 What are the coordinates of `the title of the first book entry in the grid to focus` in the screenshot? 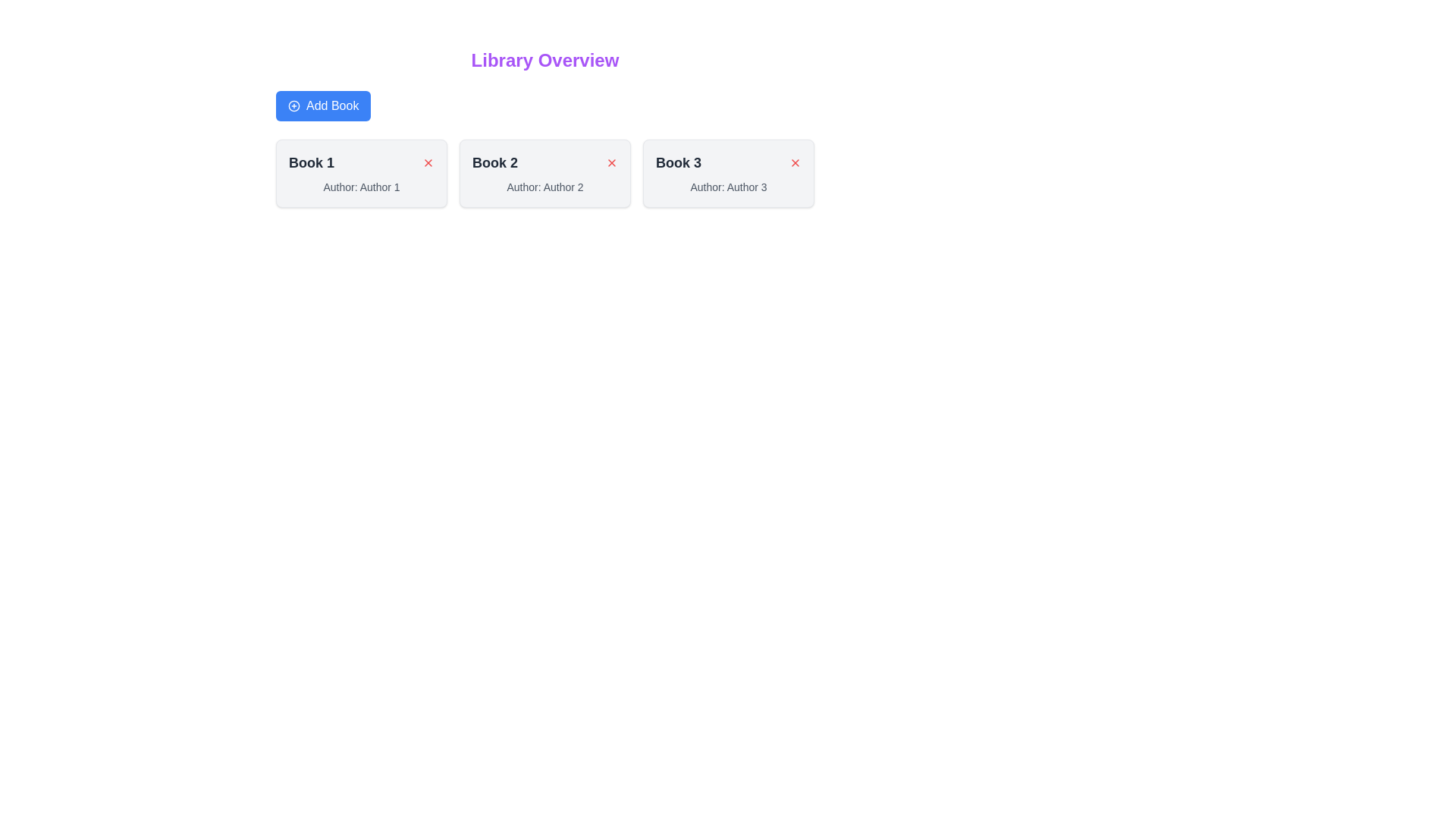 It's located at (360, 172).